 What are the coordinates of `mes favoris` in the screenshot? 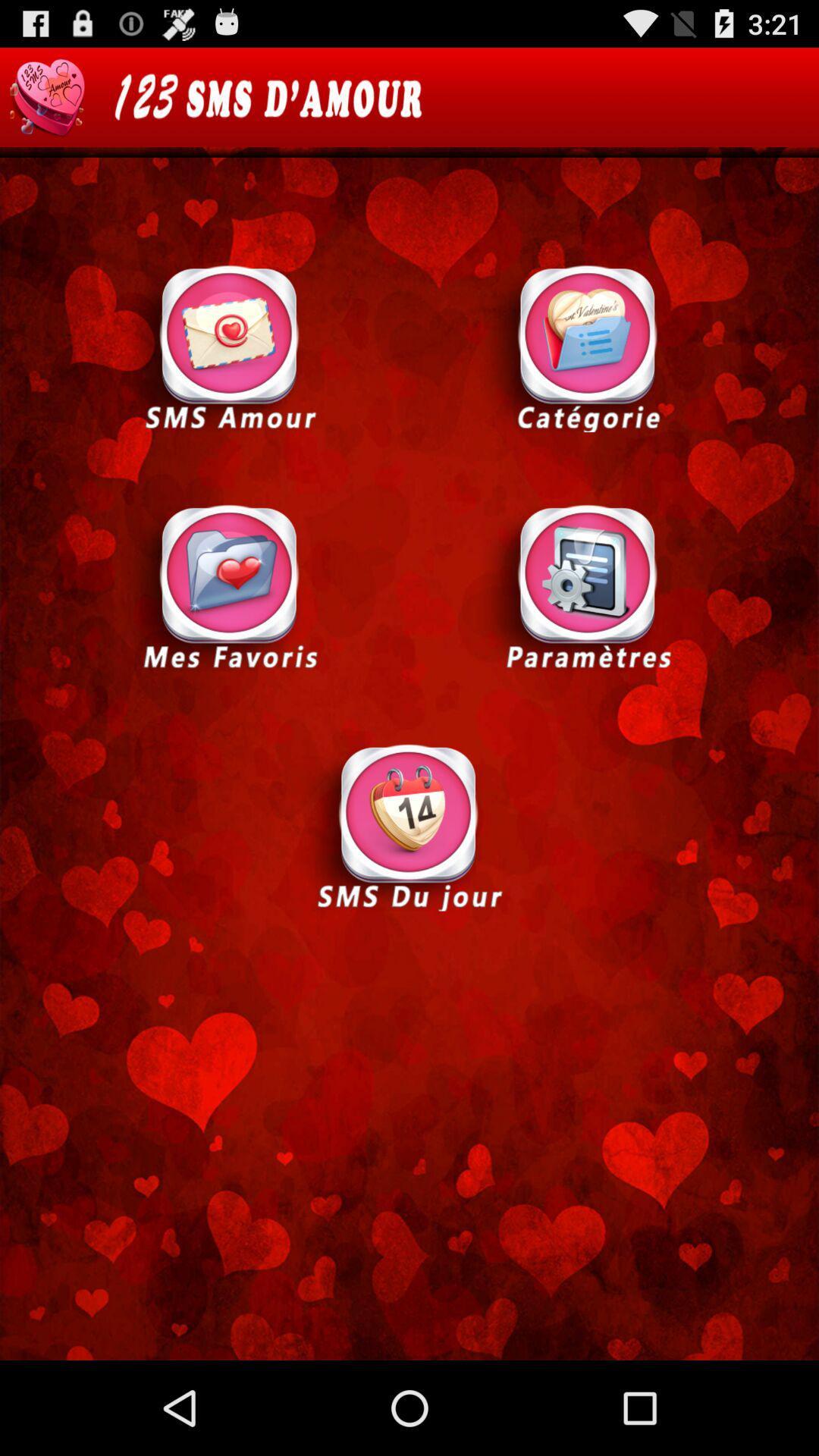 It's located at (230, 585).